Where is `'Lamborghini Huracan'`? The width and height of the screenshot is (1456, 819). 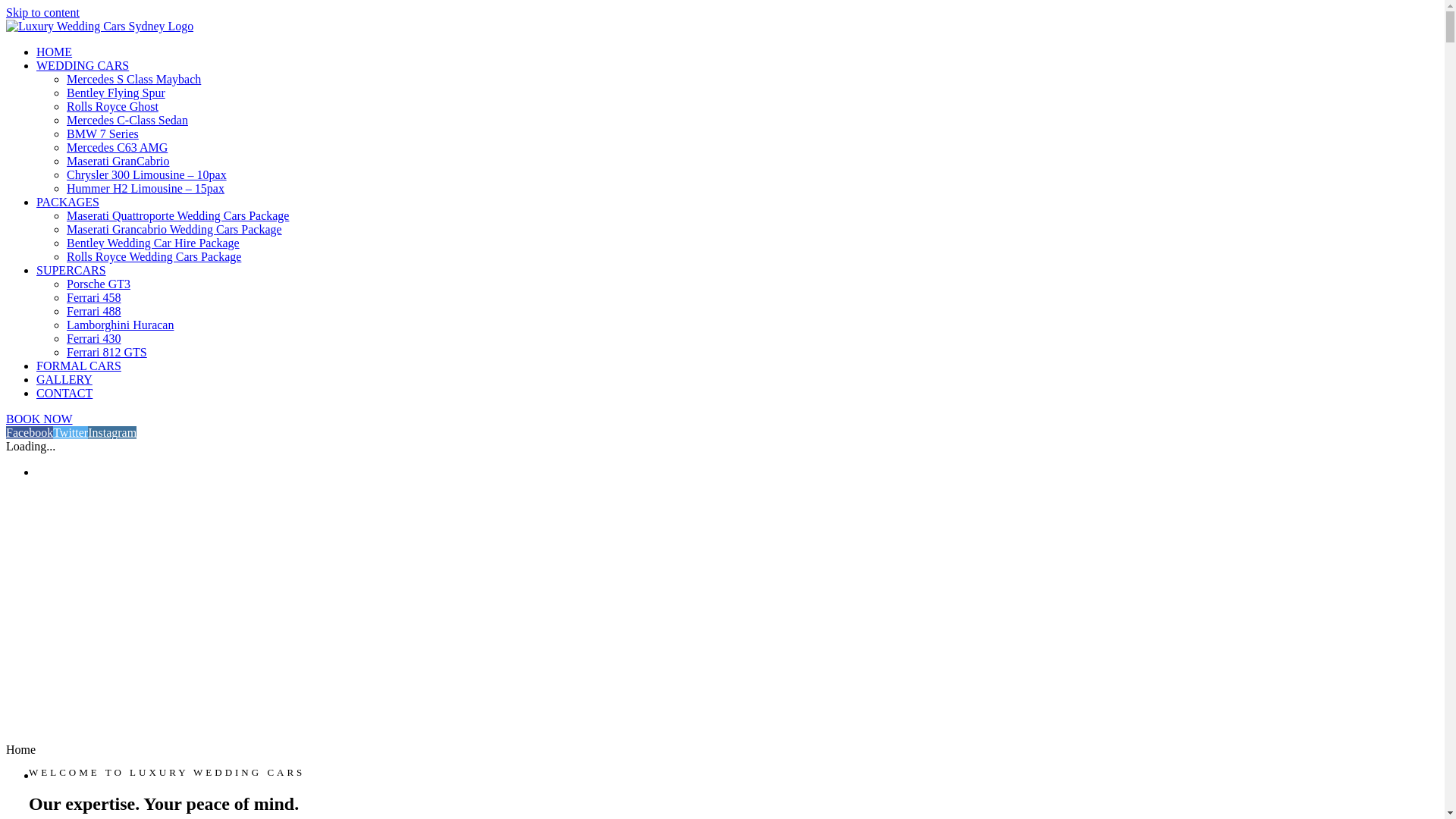 'Lamborghini Huracan' is located at coordinates (119, 324).